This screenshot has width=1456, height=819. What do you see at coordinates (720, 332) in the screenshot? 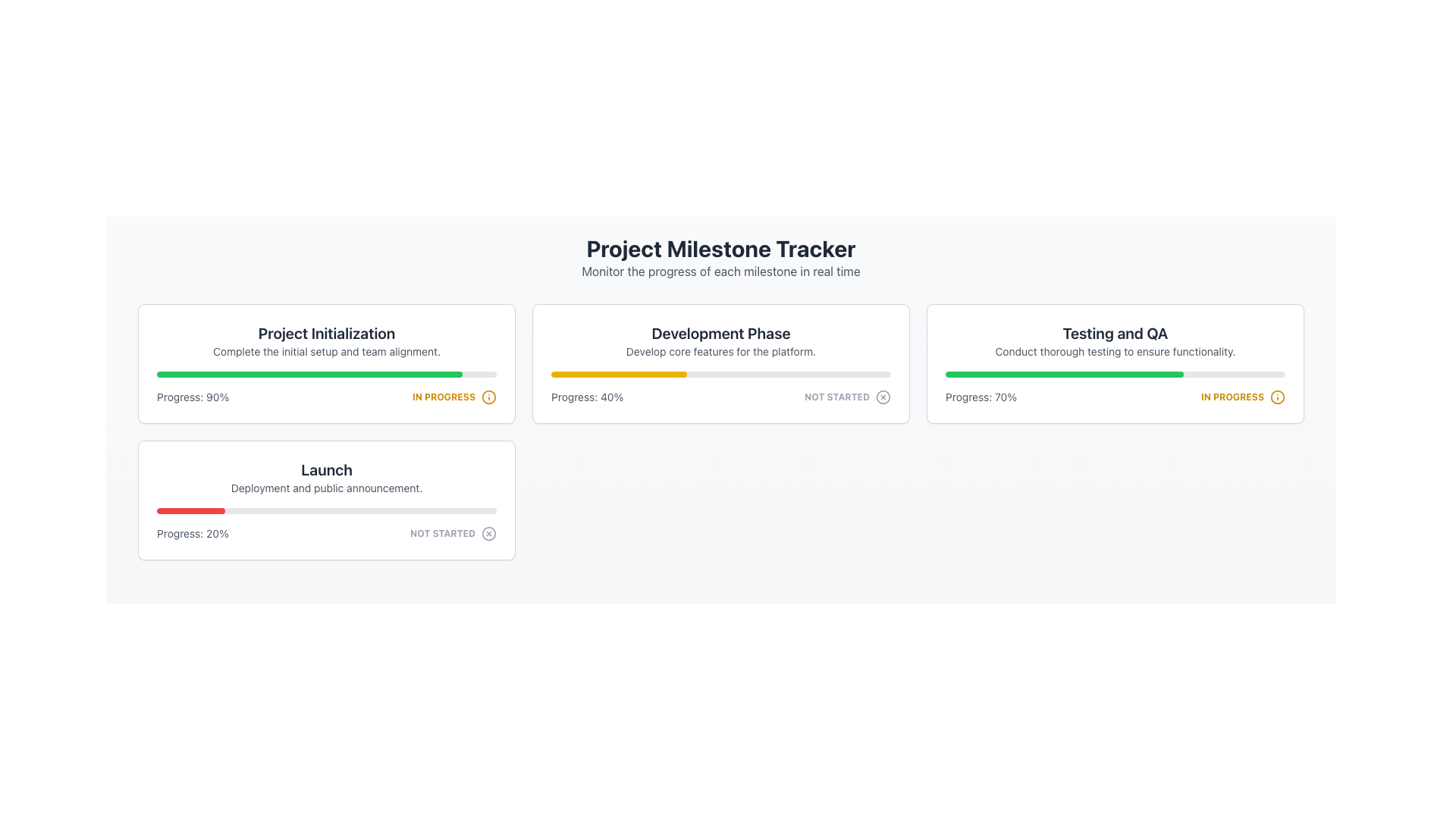
I see `text of the prominent black text label that says 'Development Phase', located at the top center of the milestone card` at bounding box center [720, 332].